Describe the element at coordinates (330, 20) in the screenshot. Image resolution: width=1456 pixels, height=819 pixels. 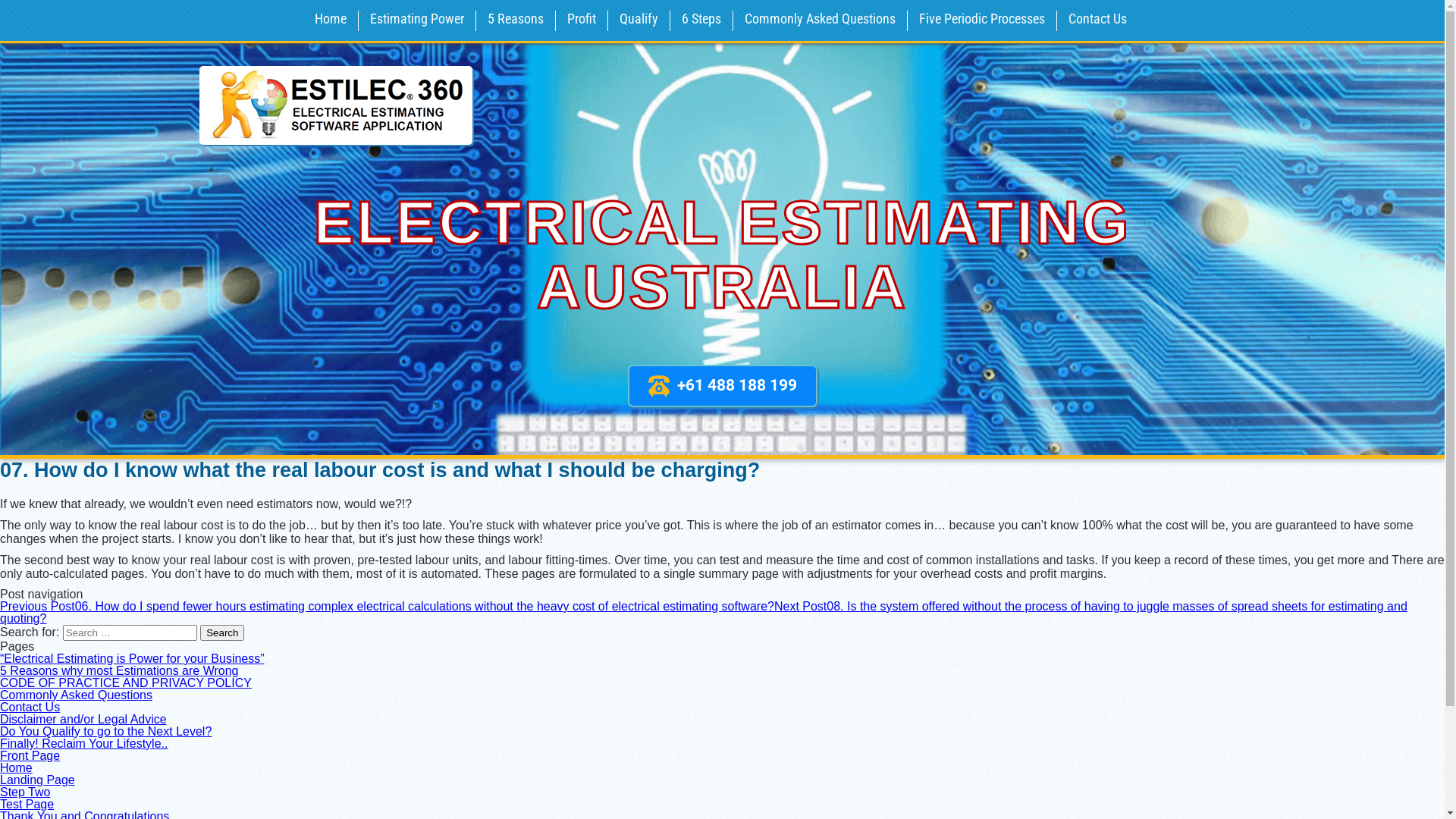
I see `'Home'` at that location.